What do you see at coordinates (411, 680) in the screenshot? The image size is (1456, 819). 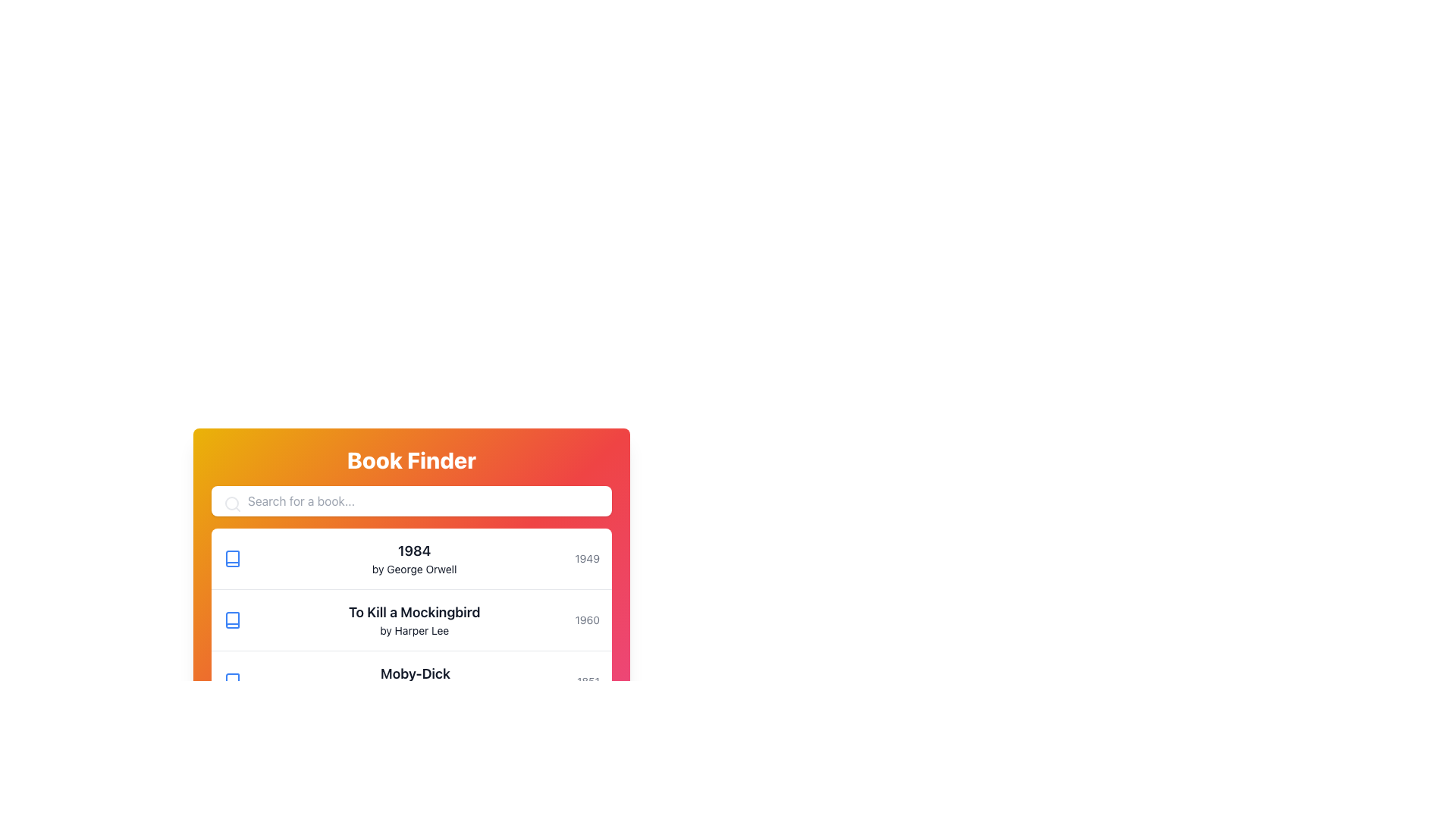 I see `the list item representing the book 'Moby-Dick' located in the 'Book Finder' section, which is the third item in the list` at bounding box center [411, 680].